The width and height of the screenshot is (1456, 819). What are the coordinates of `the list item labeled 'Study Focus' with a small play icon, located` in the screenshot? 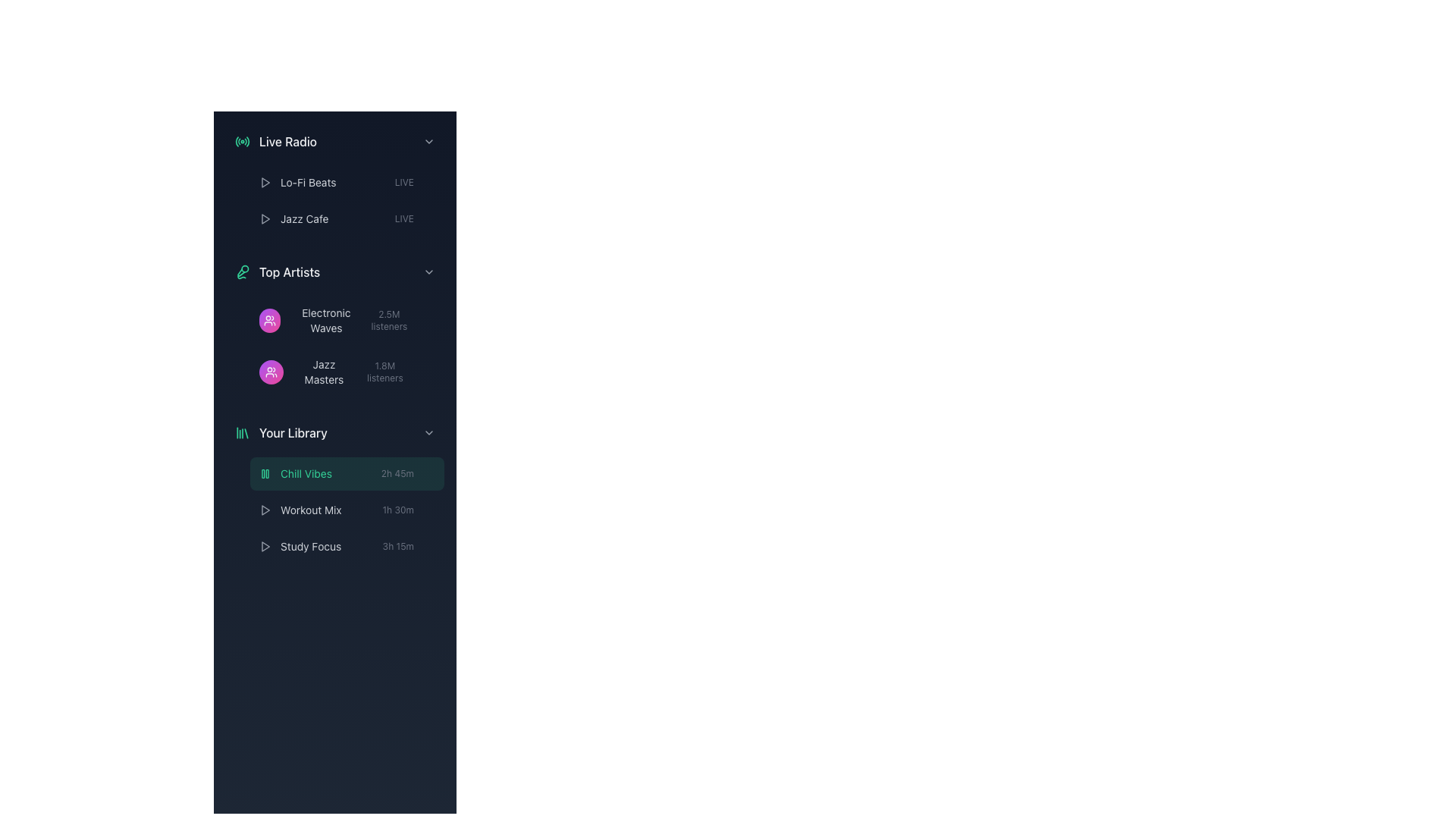 It's located at (300, 547).